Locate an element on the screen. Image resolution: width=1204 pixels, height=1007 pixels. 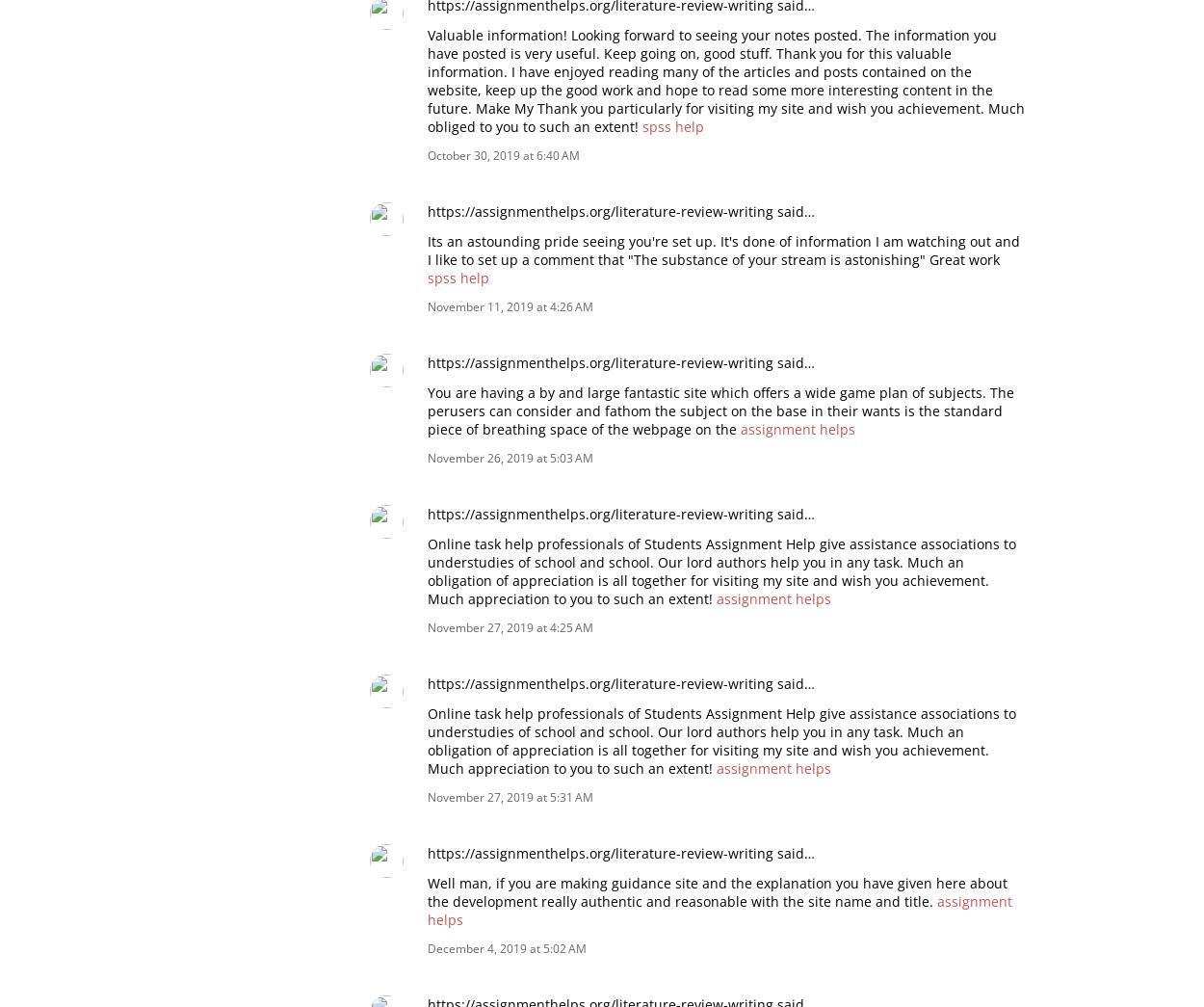
'Well man, if you are making guidance site and the explanation you have given here about the development really authentic and reasonable with the site name and title.' is located at coordinates (717, 891).